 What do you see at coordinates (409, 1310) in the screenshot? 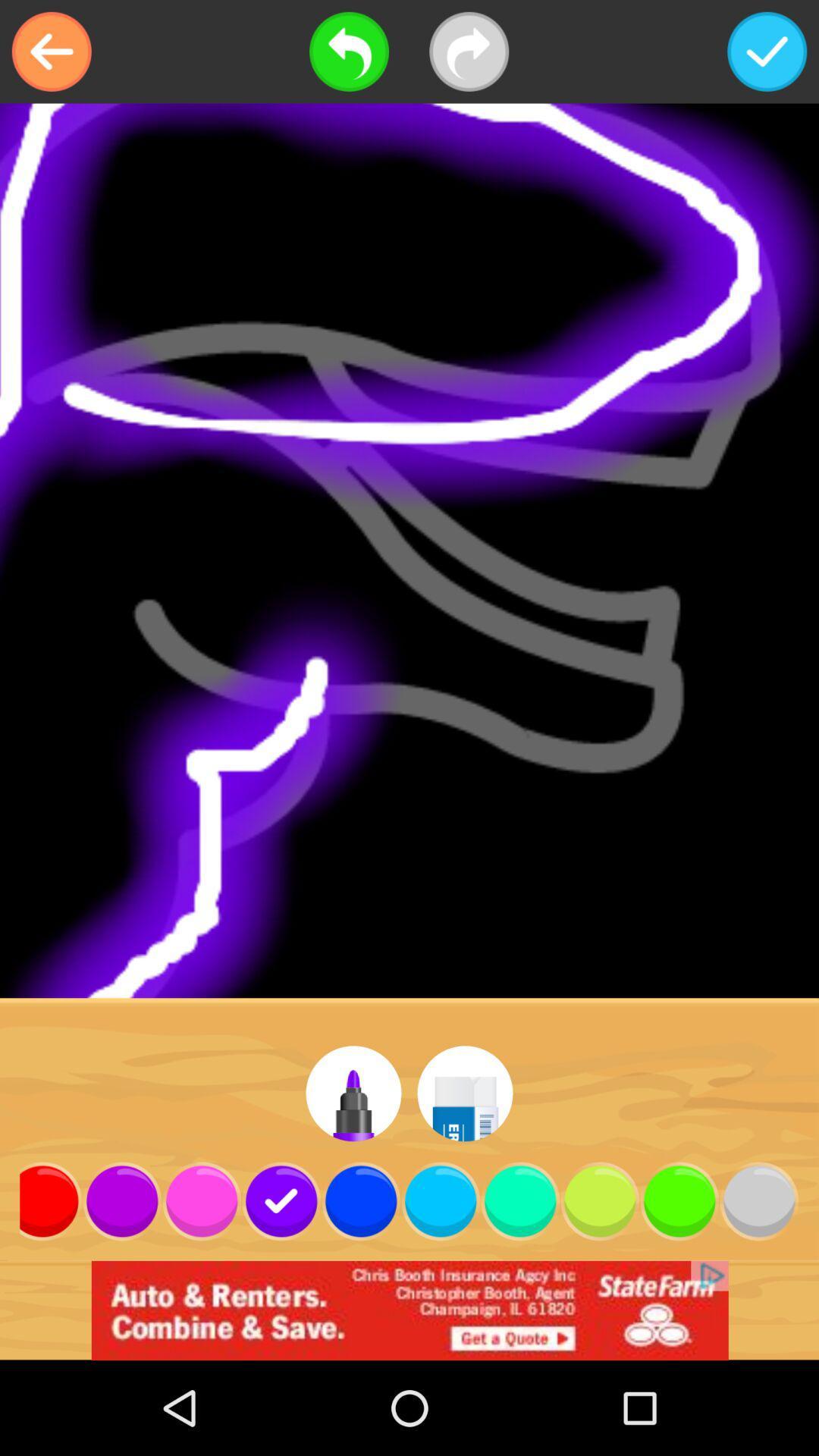
I see `view add` at bounding box center [409, 1310].